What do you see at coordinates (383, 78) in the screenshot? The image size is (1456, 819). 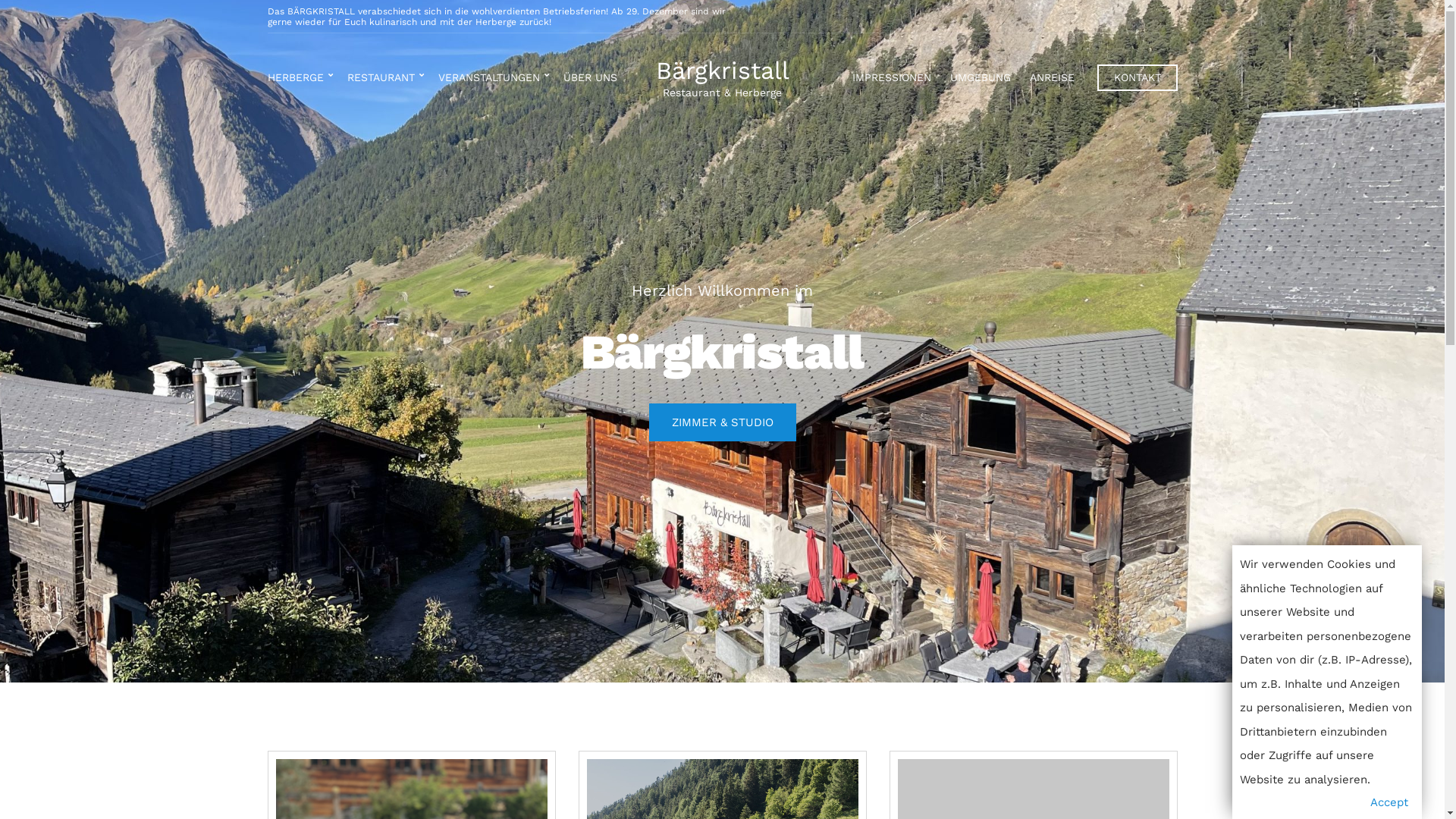 I see `'RESTAURANT'` at bounding box center [383, 78].